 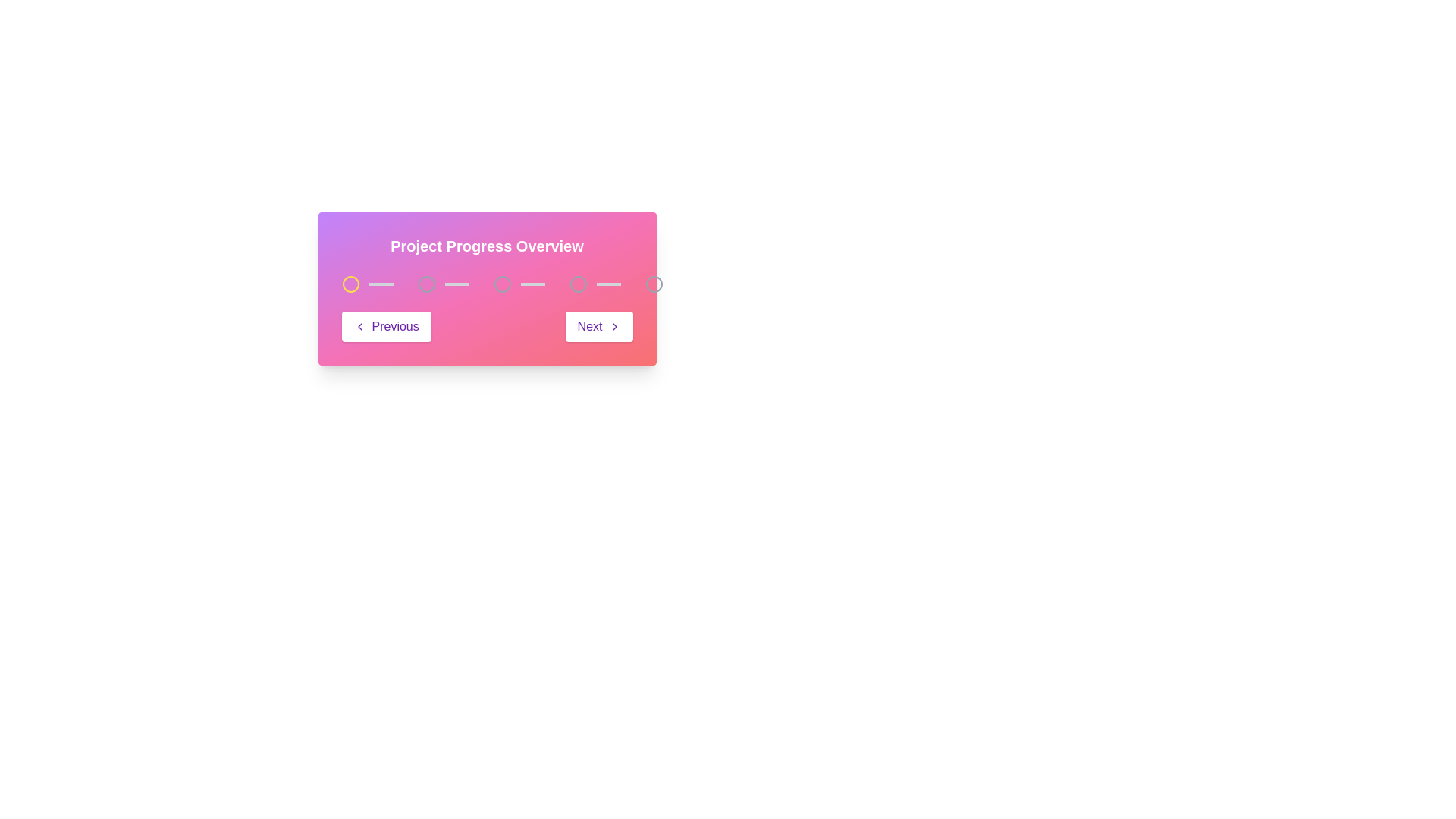 I want to click on the first SVG Circle Element in the progress bar, which indicates the initial state in a multi-step process, so click(x=425, y=284).